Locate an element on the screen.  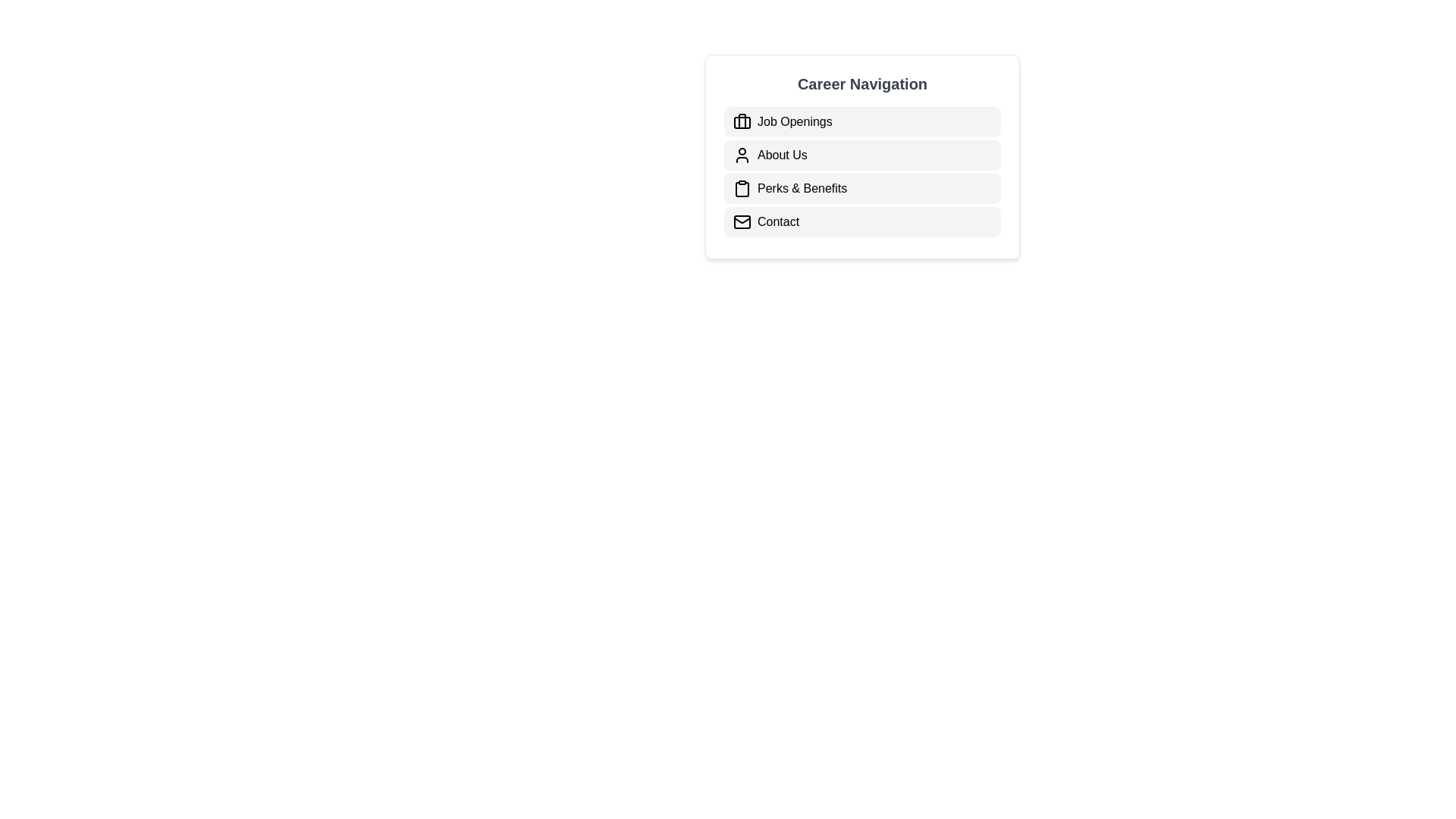
the 'About Us' clickable list item in the navigation menu is located at coordinates (862, 155).